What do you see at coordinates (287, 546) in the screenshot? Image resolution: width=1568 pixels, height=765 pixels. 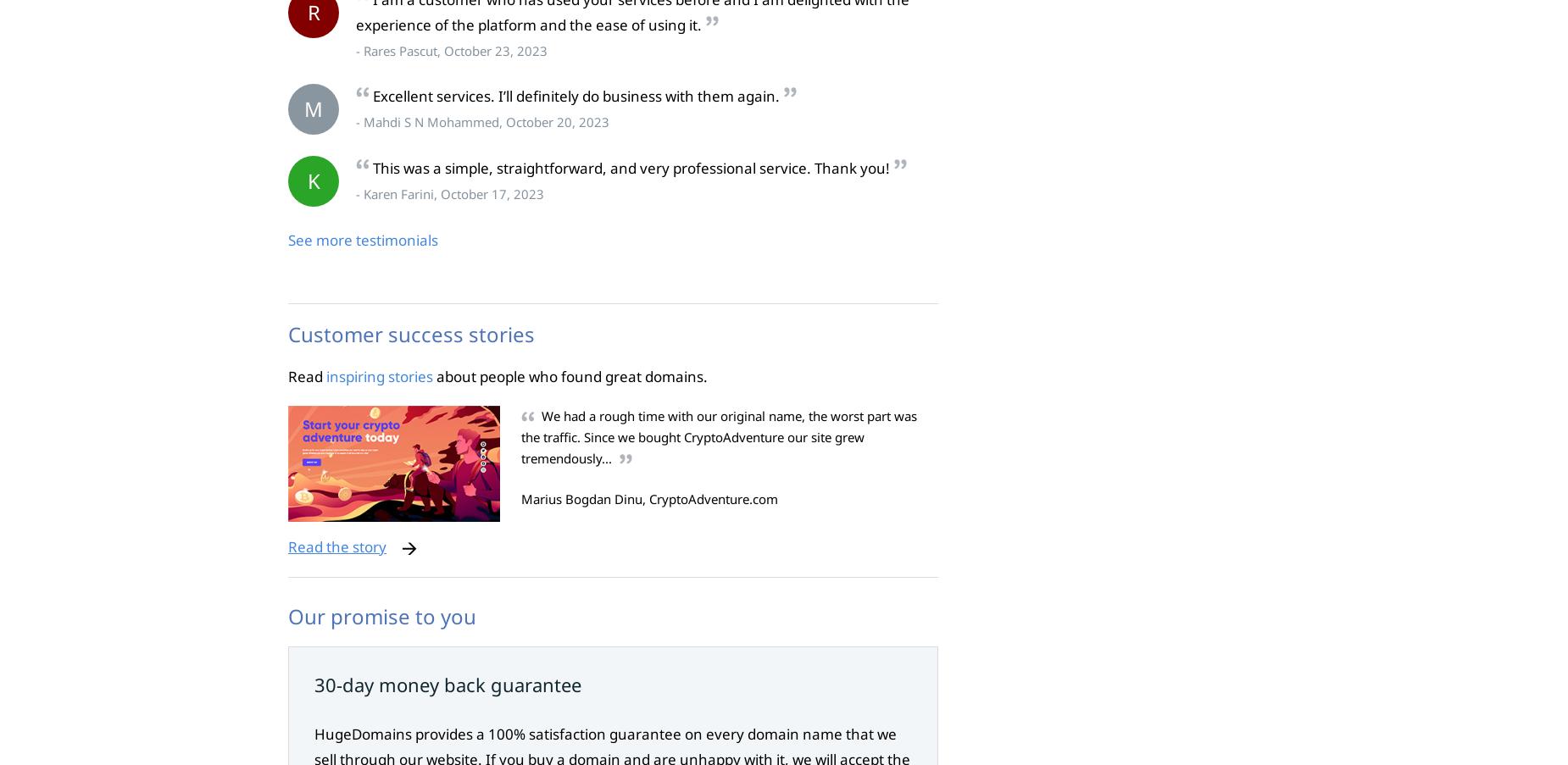 I see `'Read the story'` at bounding box center [287, 546].